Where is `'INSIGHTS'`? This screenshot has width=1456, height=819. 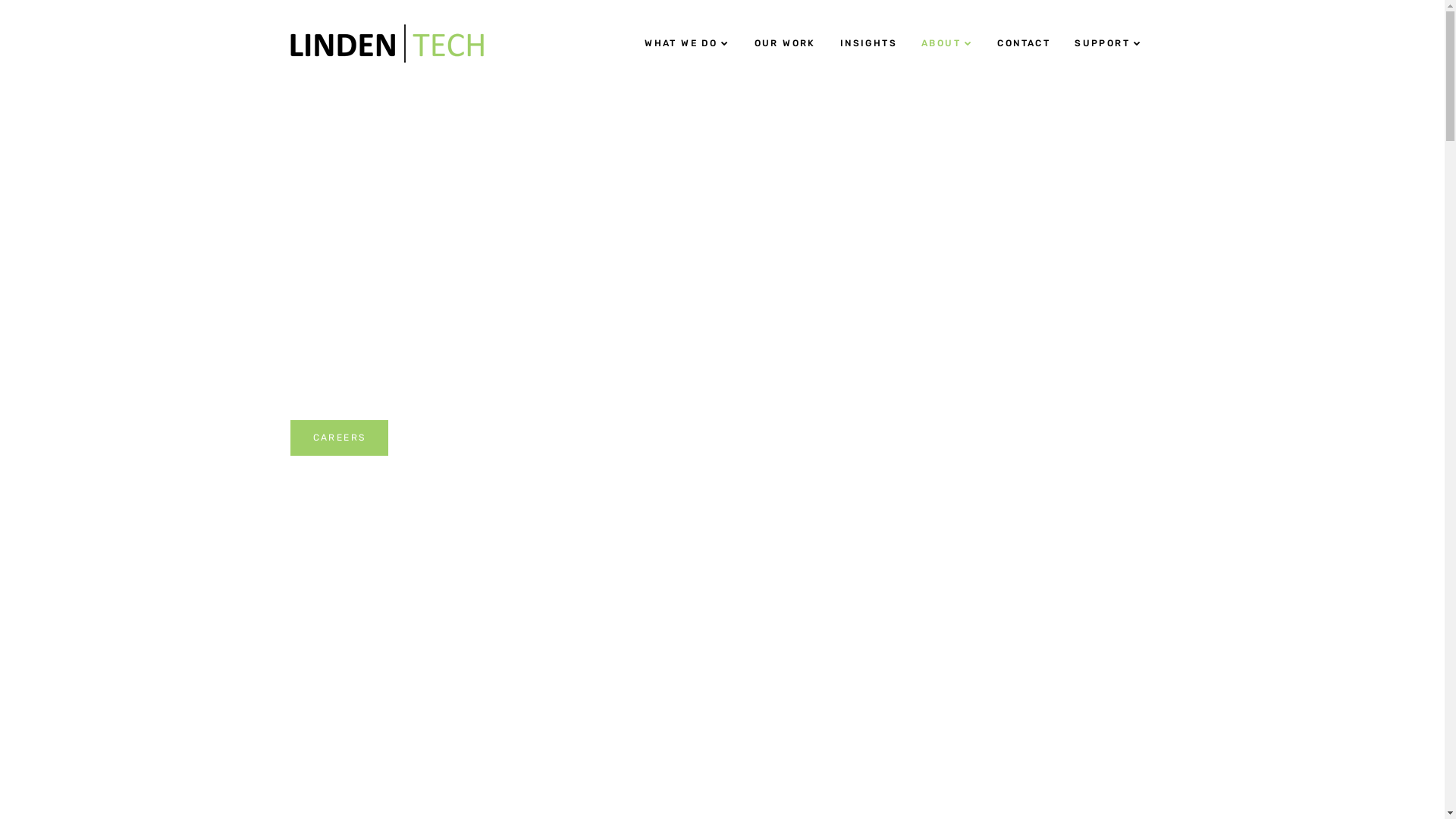
'INSIGHTS' is located at coordinates (827, 42).